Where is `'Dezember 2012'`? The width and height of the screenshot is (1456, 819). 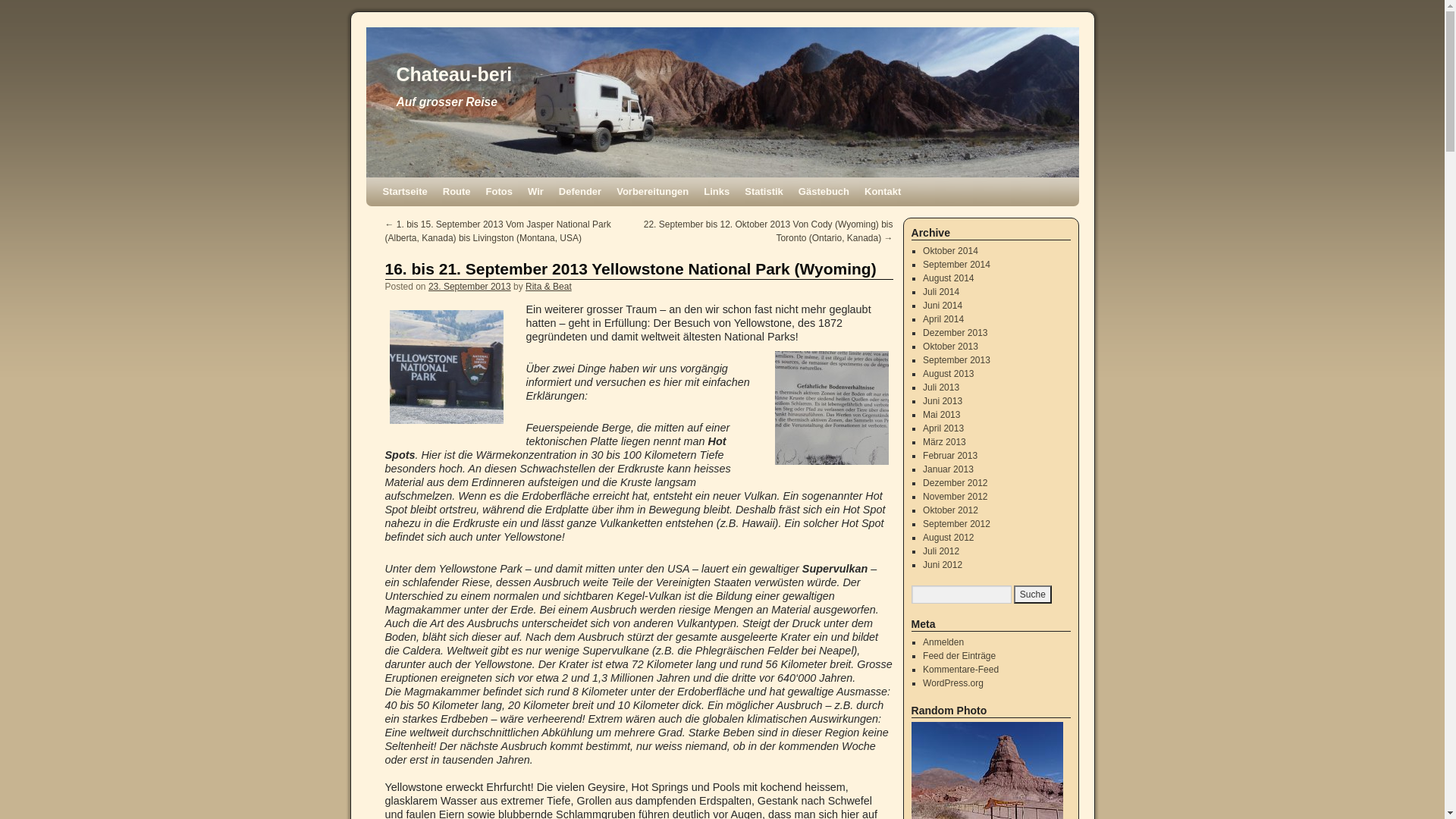
'Dezember 2012' is located at coordinates (954, 482).